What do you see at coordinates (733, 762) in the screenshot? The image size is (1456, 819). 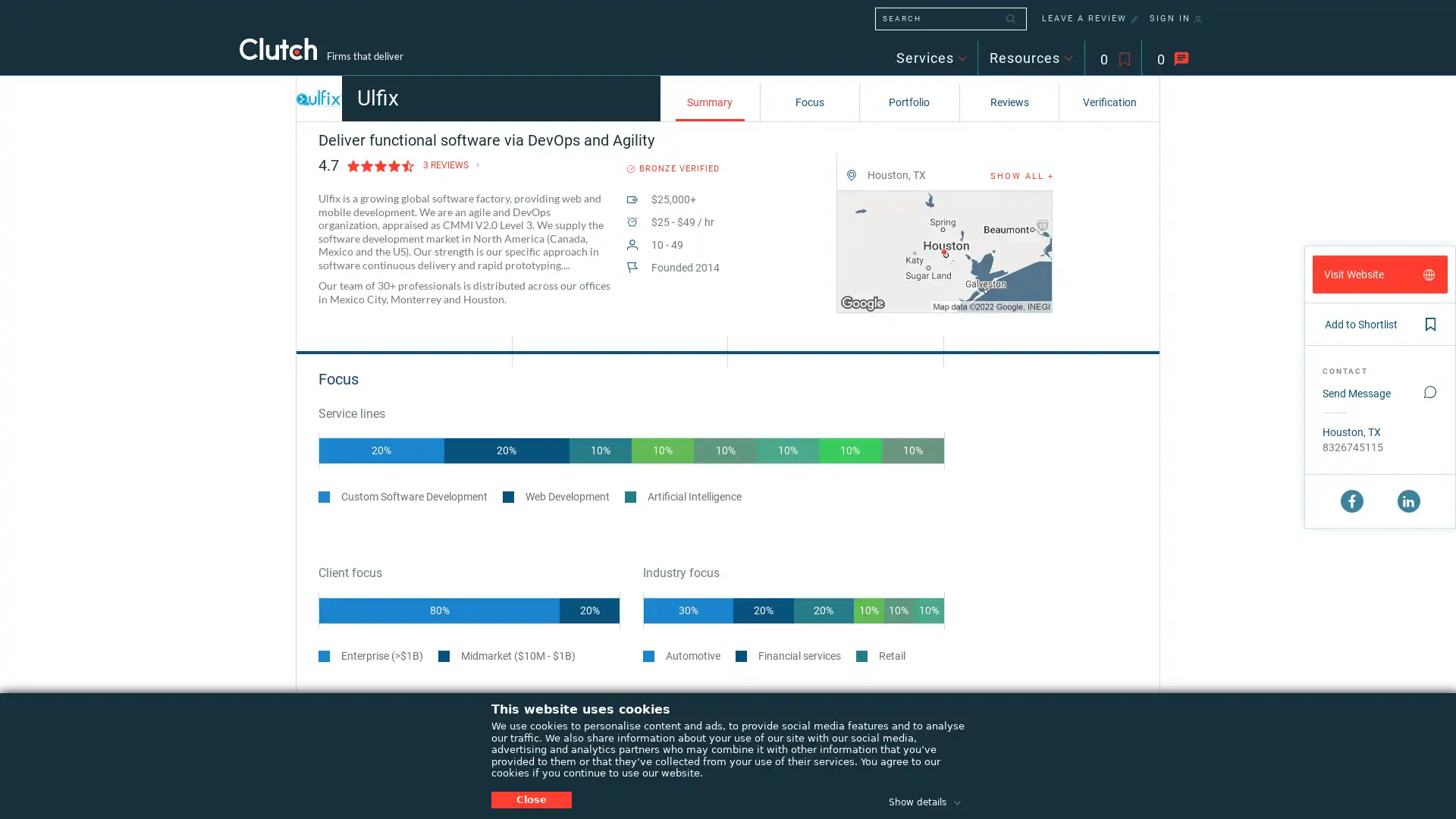 I see `20%` at bounding box center [733, 762].